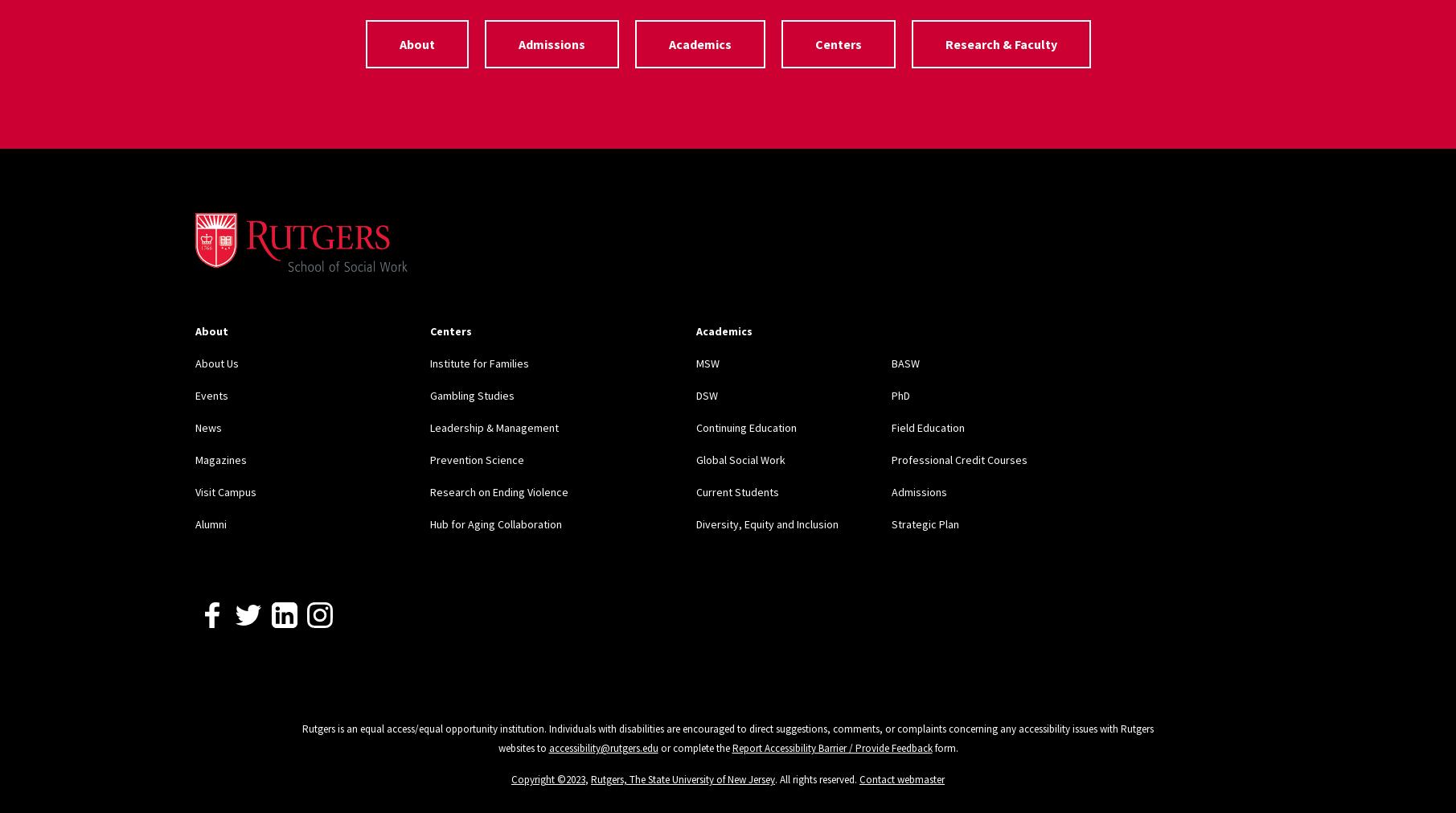 The image size is (1456, 813). Describe the element at coordinates (744, 426) in the screenshot. I see `'Continuing Education'` at that location.